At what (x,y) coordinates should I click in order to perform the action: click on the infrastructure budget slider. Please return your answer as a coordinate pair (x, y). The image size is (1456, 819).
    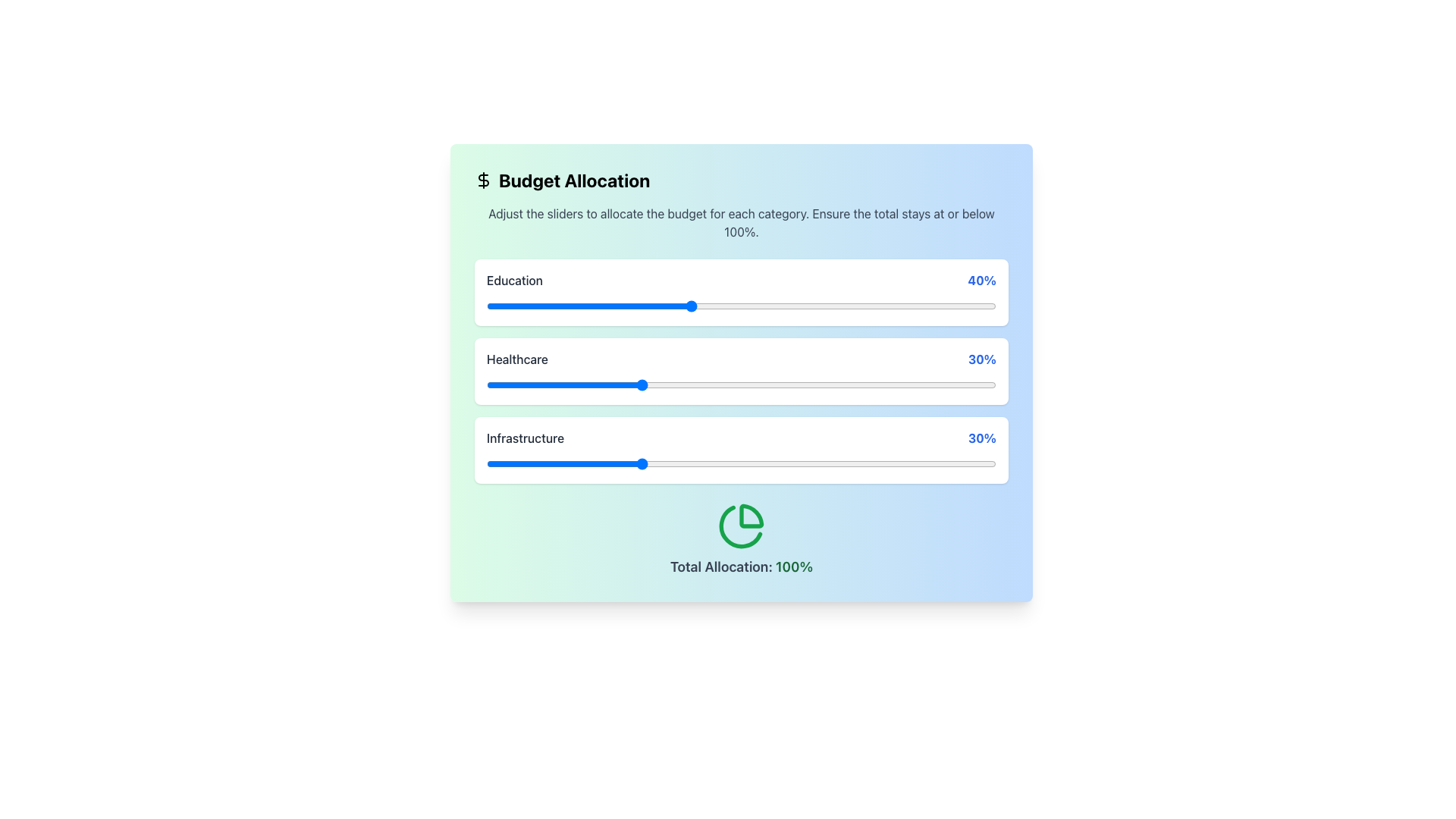
    Looking at the image, I should click on (787, 463).